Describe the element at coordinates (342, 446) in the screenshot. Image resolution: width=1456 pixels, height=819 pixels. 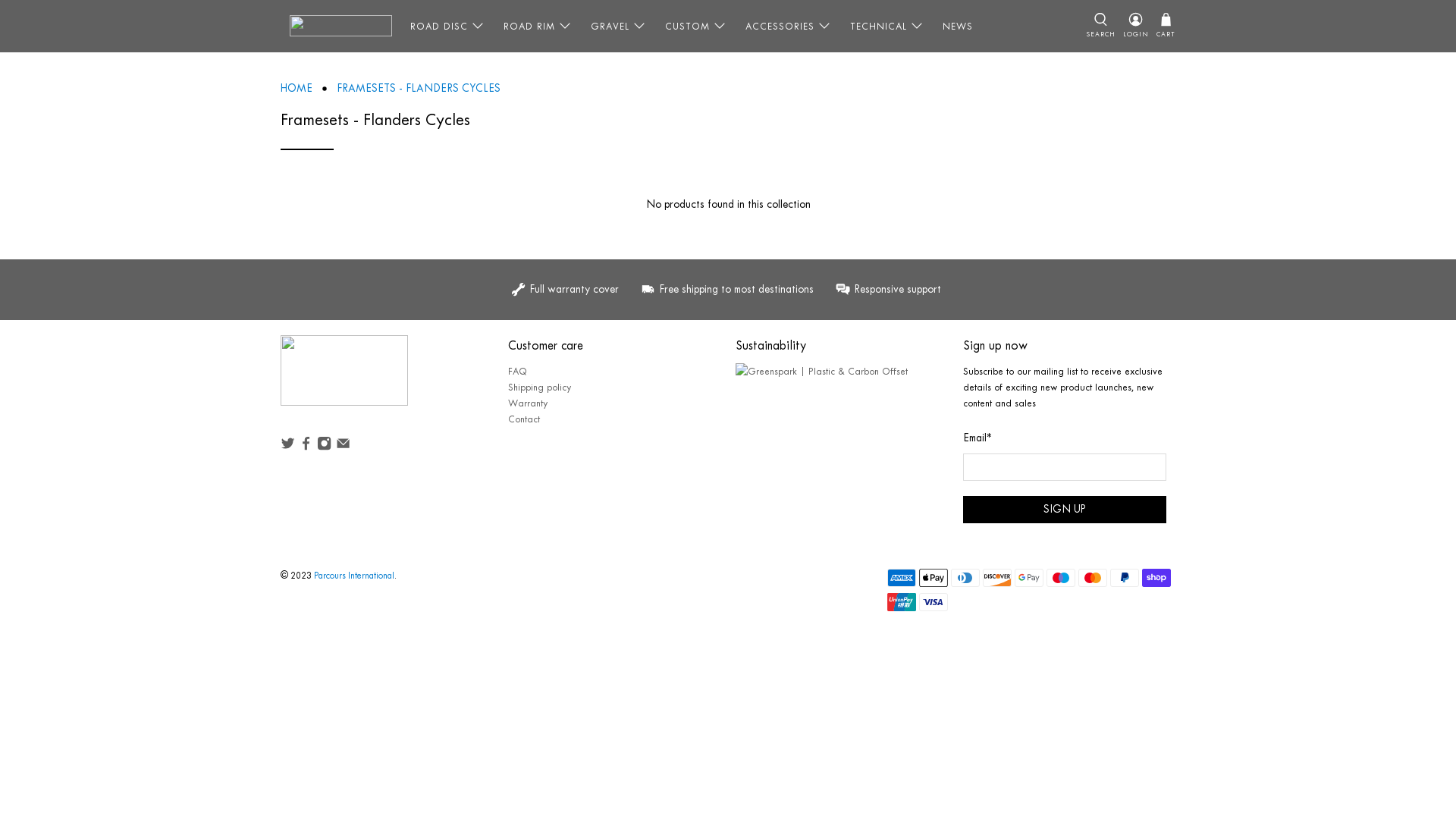
I see `'Email Parcours International'` at that location.